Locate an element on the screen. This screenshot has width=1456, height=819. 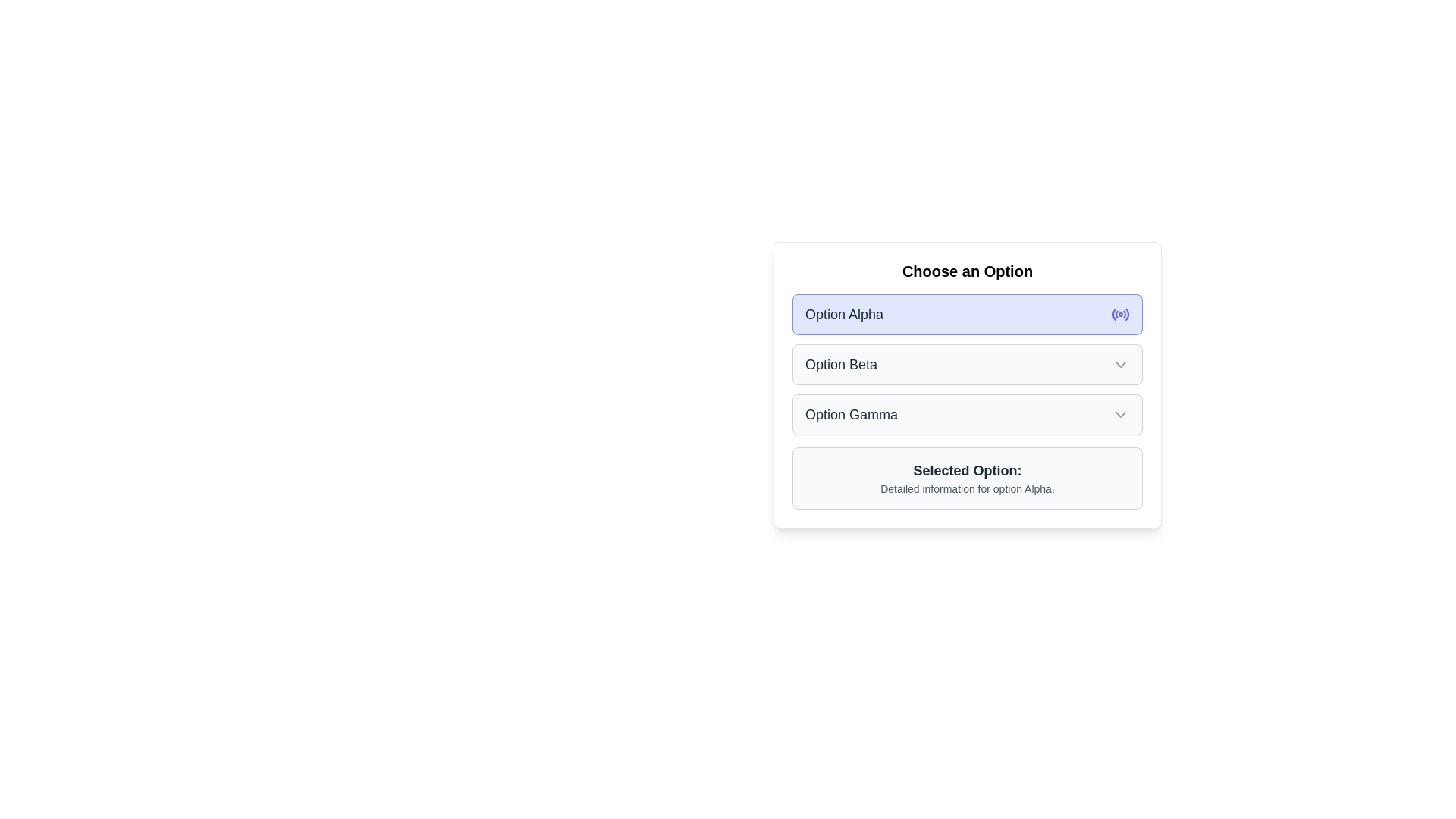
the dropdown arrow icon located to the right of the 'Option Beta' button is located at coordinates (1121, 365).